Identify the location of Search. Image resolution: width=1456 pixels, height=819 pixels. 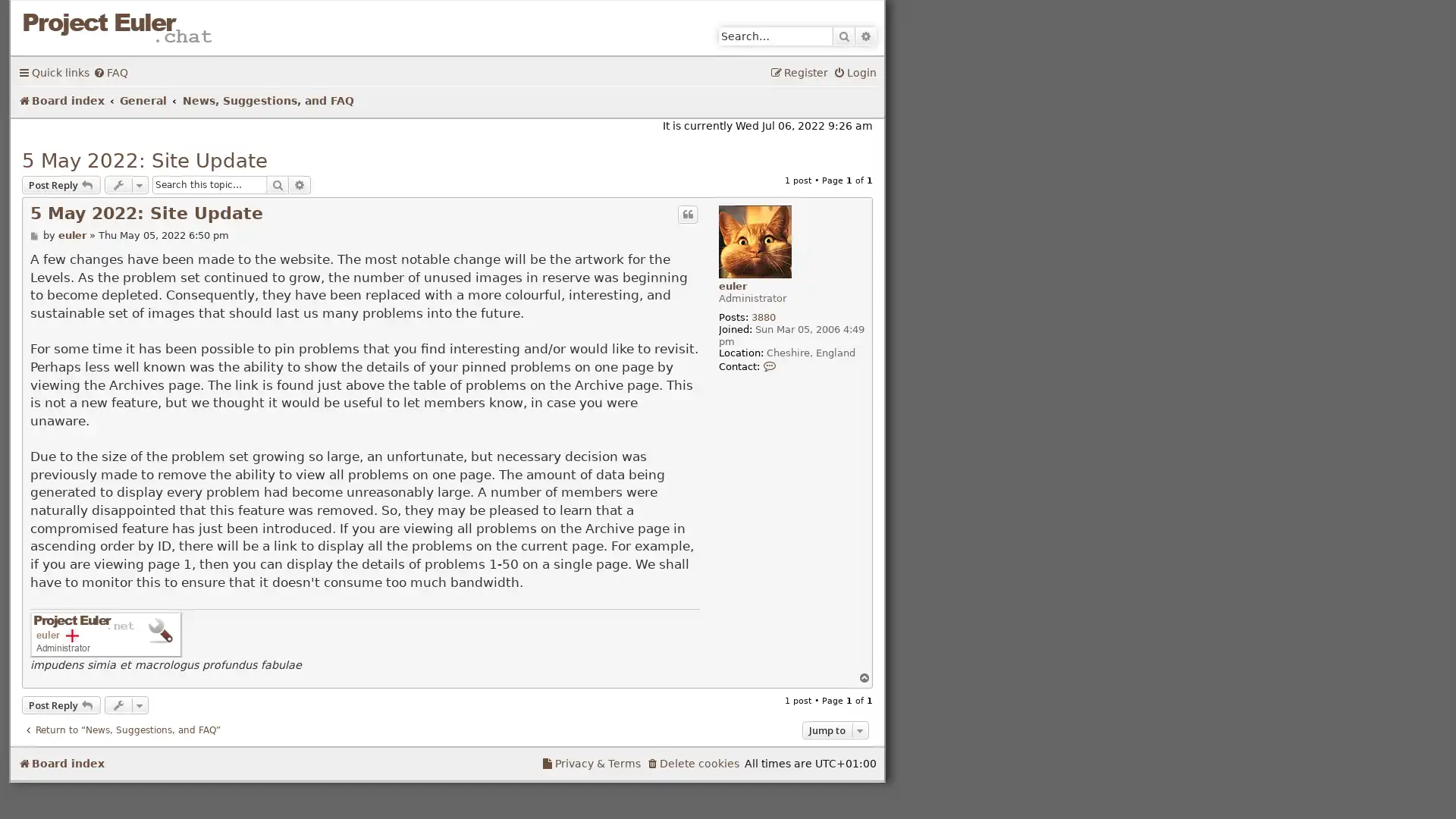
(843, 35).